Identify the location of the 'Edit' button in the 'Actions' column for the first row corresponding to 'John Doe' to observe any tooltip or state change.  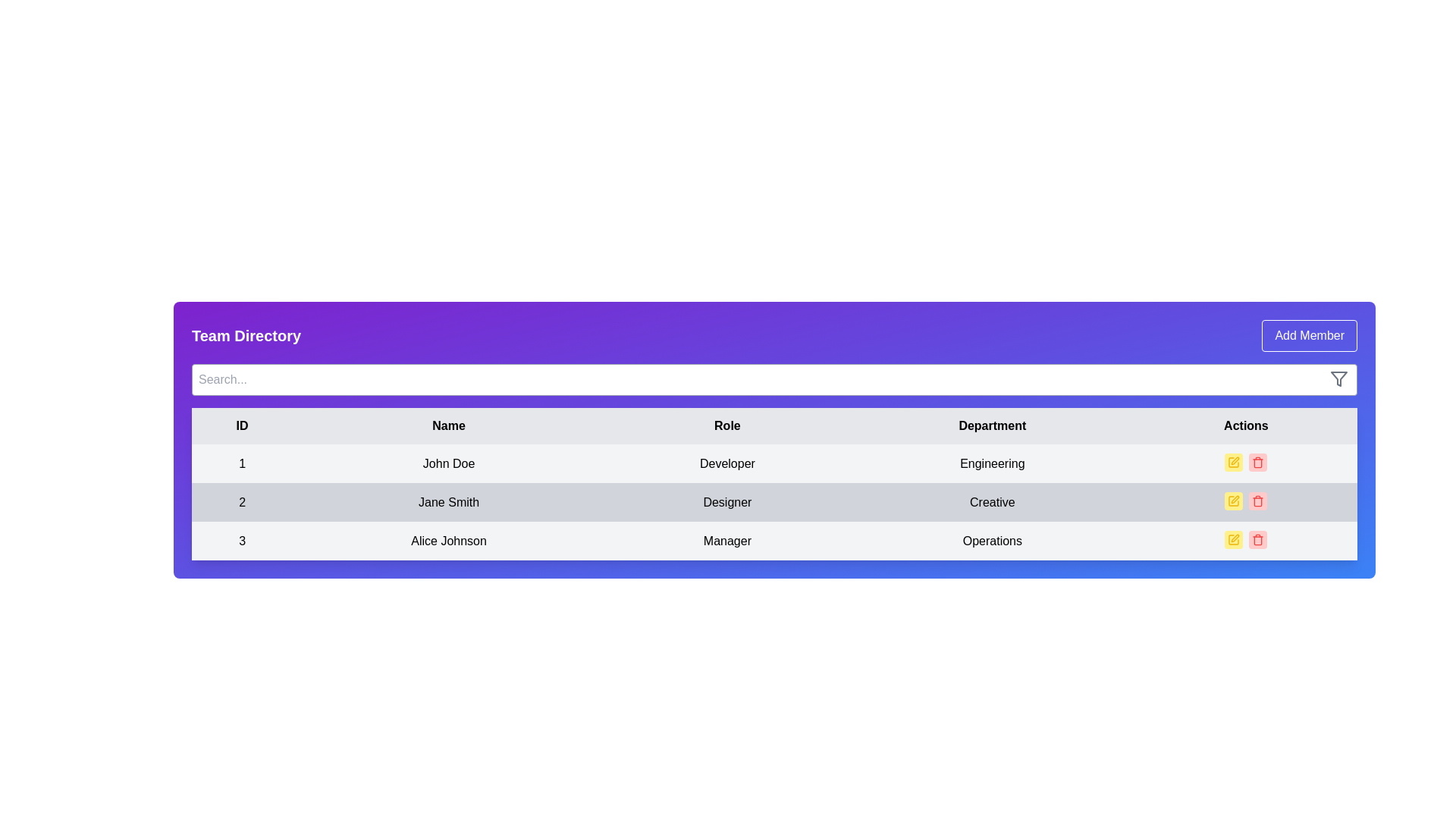
(1234, 461).